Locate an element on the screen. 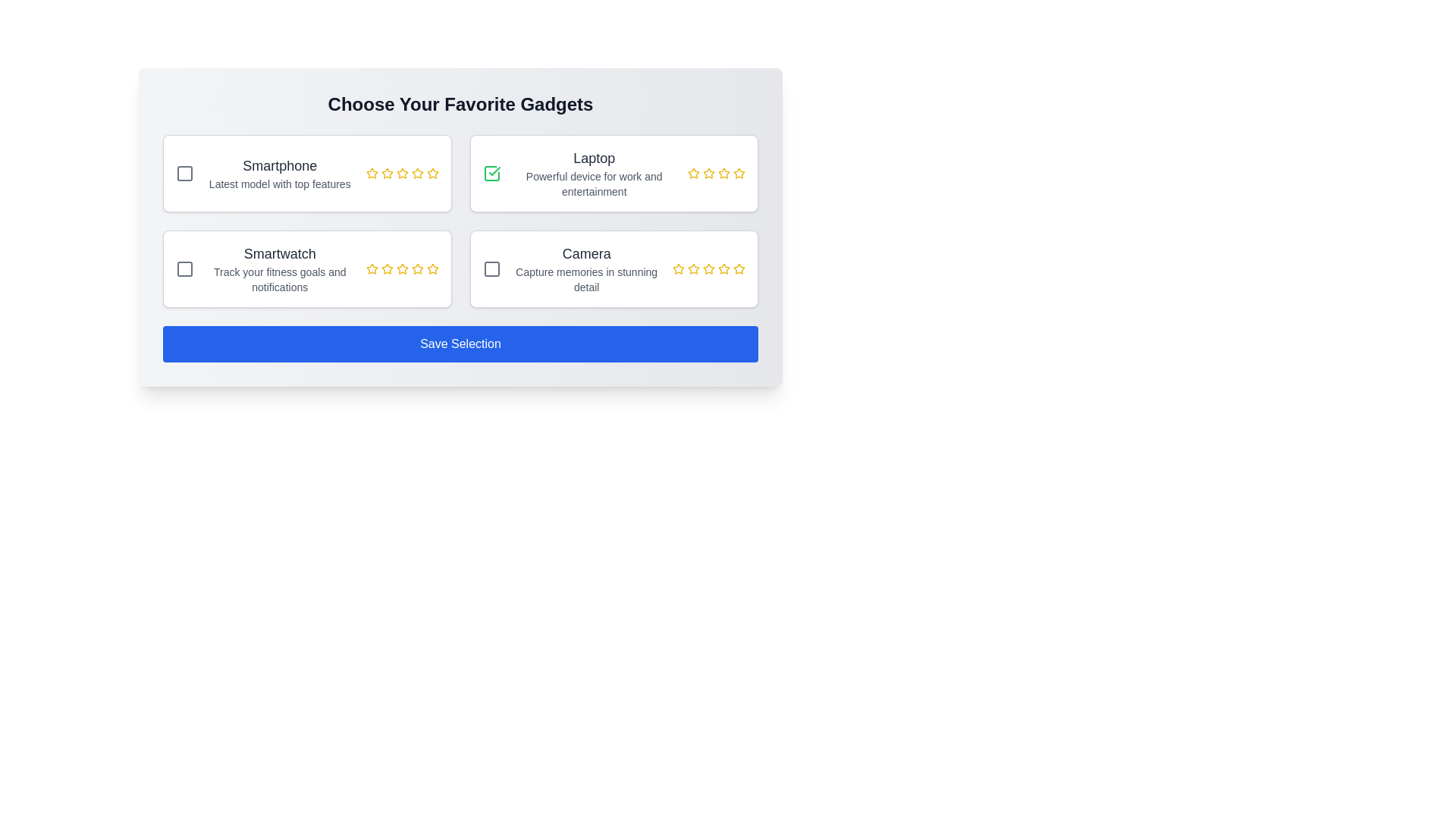 The image size is (1456, 819). the third star in the sequence of five star-shaped icons located near the top-right of the 'Smartphone' content box is located at coordinates (402, 172).